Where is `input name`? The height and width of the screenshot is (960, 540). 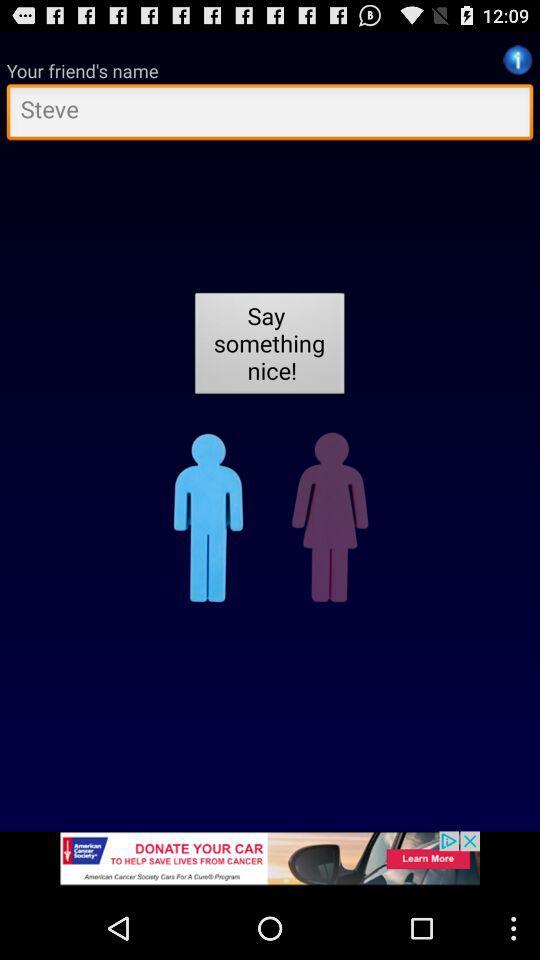 input name is located at coordinates (270, 114).